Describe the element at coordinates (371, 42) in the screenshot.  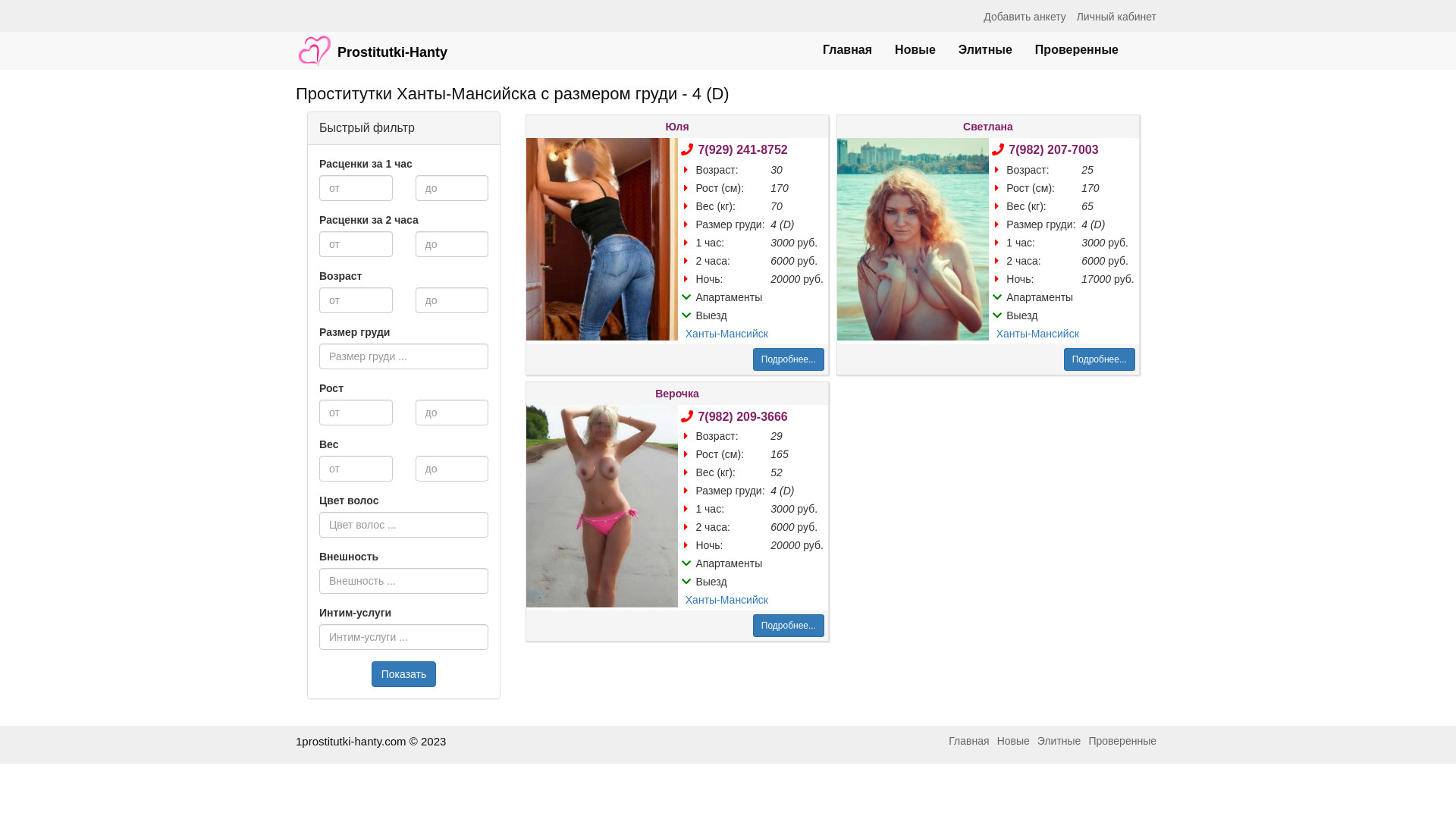
I see `'Prostitutki-Hanty'` at that location.